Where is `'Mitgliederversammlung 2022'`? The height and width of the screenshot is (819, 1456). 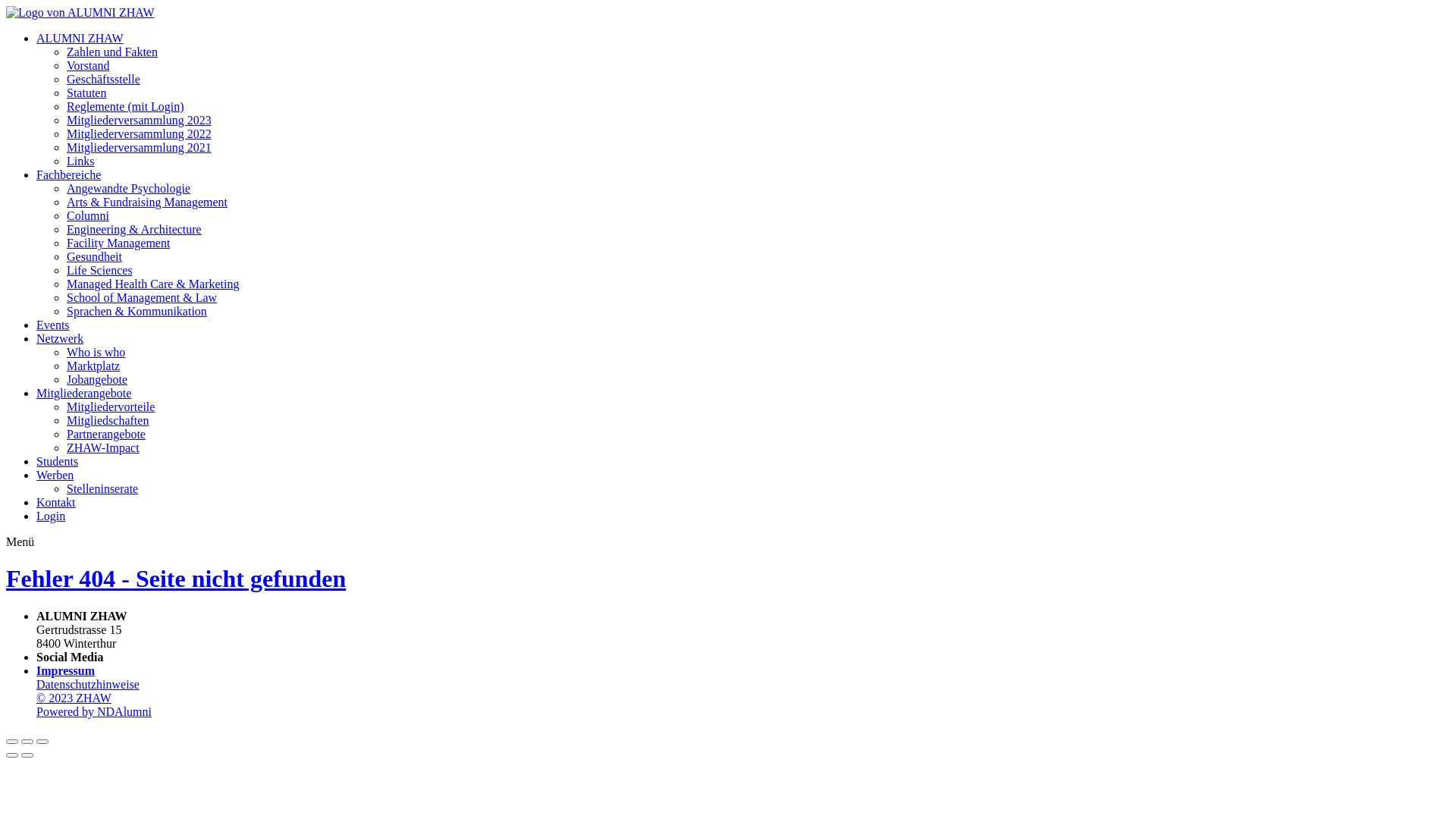 'Mitgliederversammlung 2022' is located at coordinates (139, 133).